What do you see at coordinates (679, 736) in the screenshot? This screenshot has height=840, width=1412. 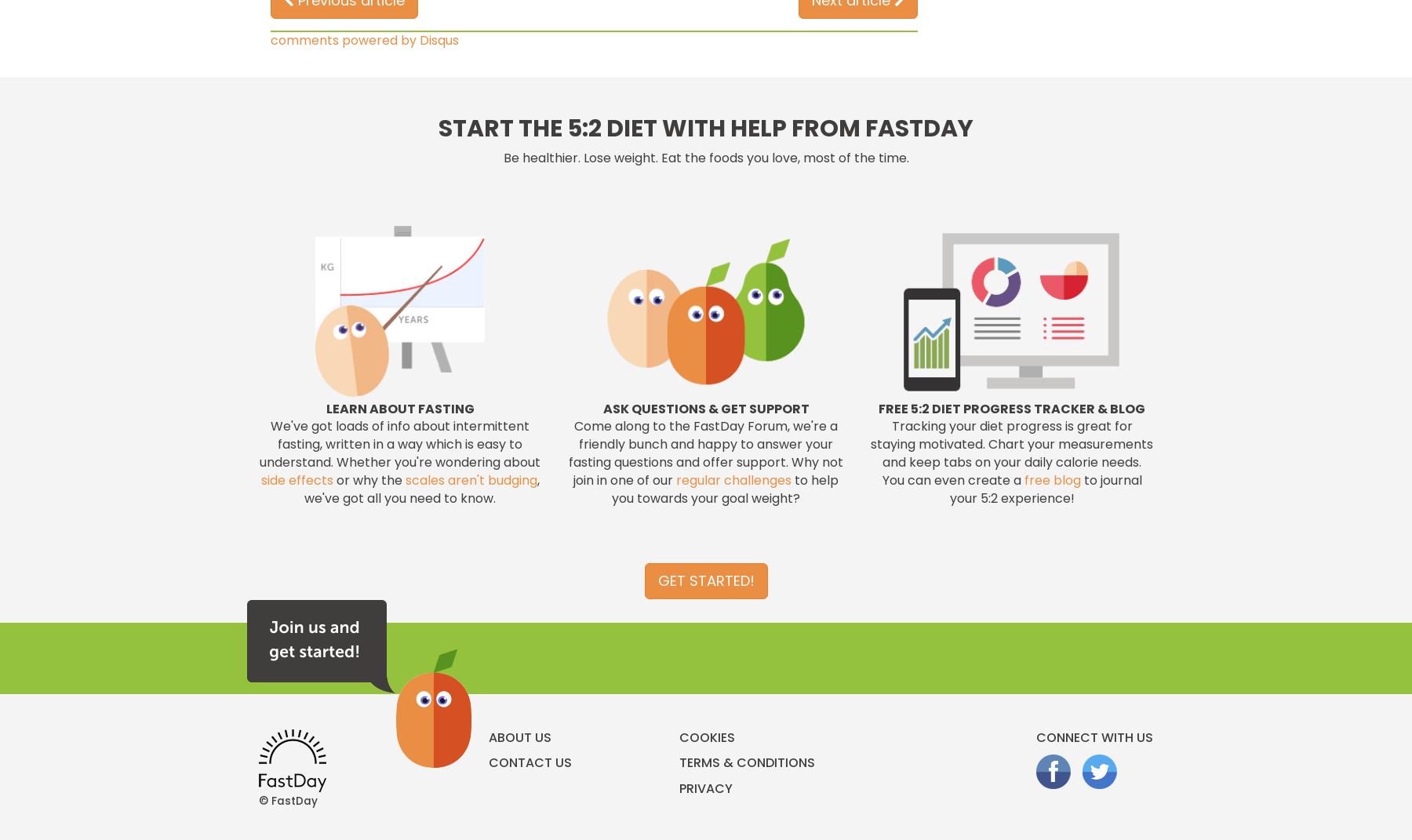 I see `'COOKIES'` at bounding box center [679, 736].